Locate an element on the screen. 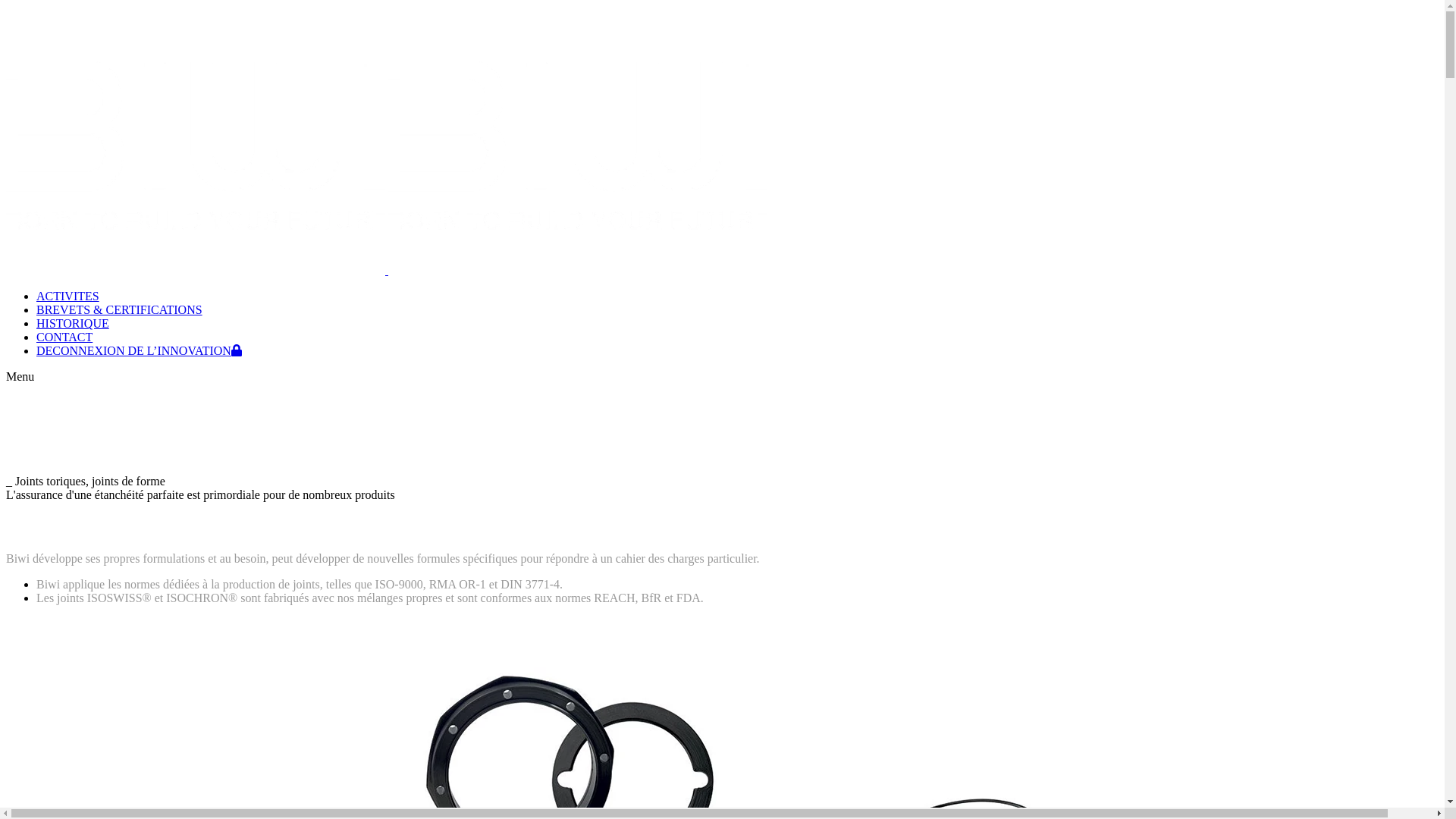 The width and height of the screenshot is (1456, 819). 'HISTORIQUE' is located at coordinates (36, 322).